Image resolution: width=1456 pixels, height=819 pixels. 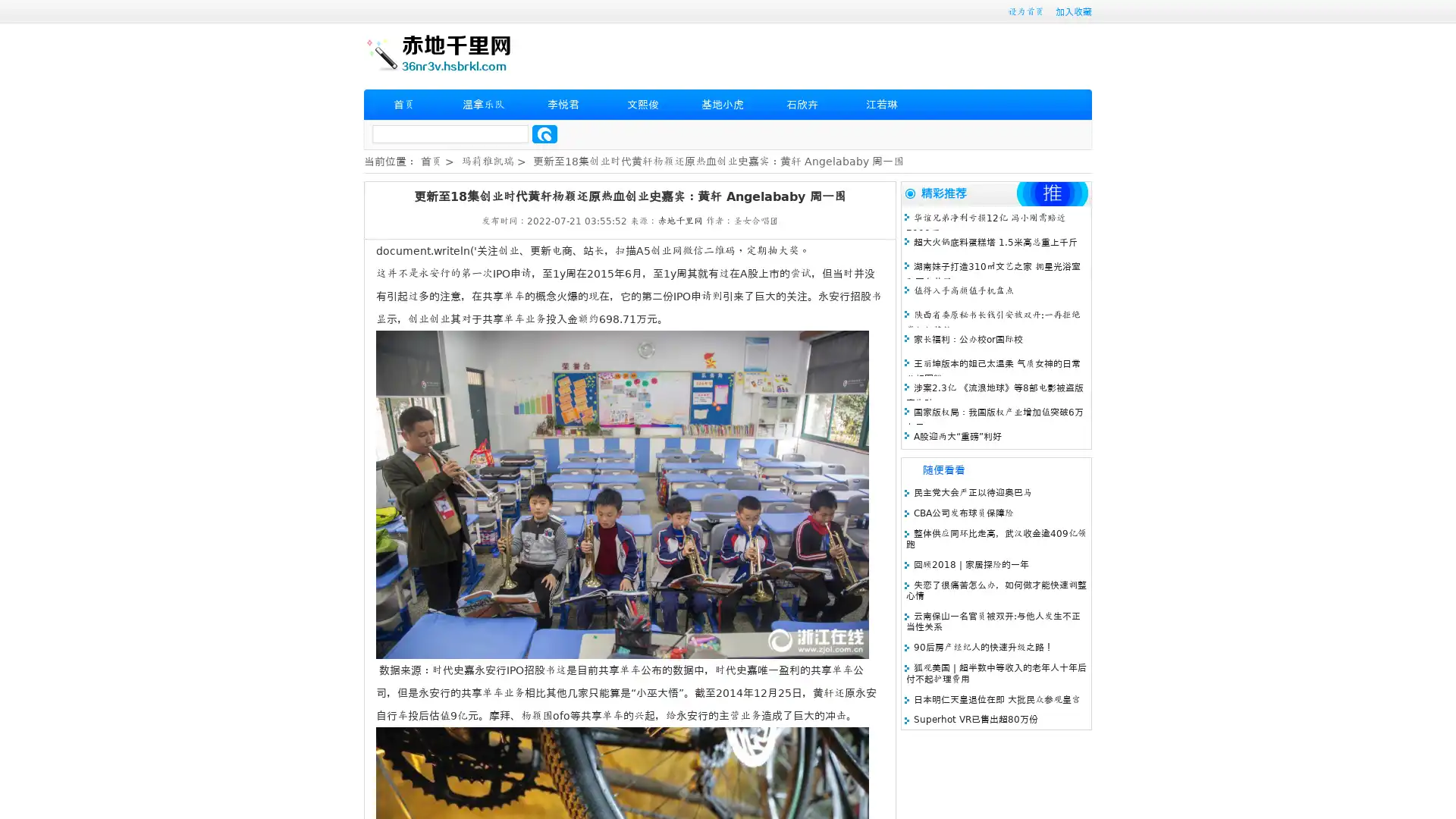 I want to click on Search, so click(x=544, y=133).